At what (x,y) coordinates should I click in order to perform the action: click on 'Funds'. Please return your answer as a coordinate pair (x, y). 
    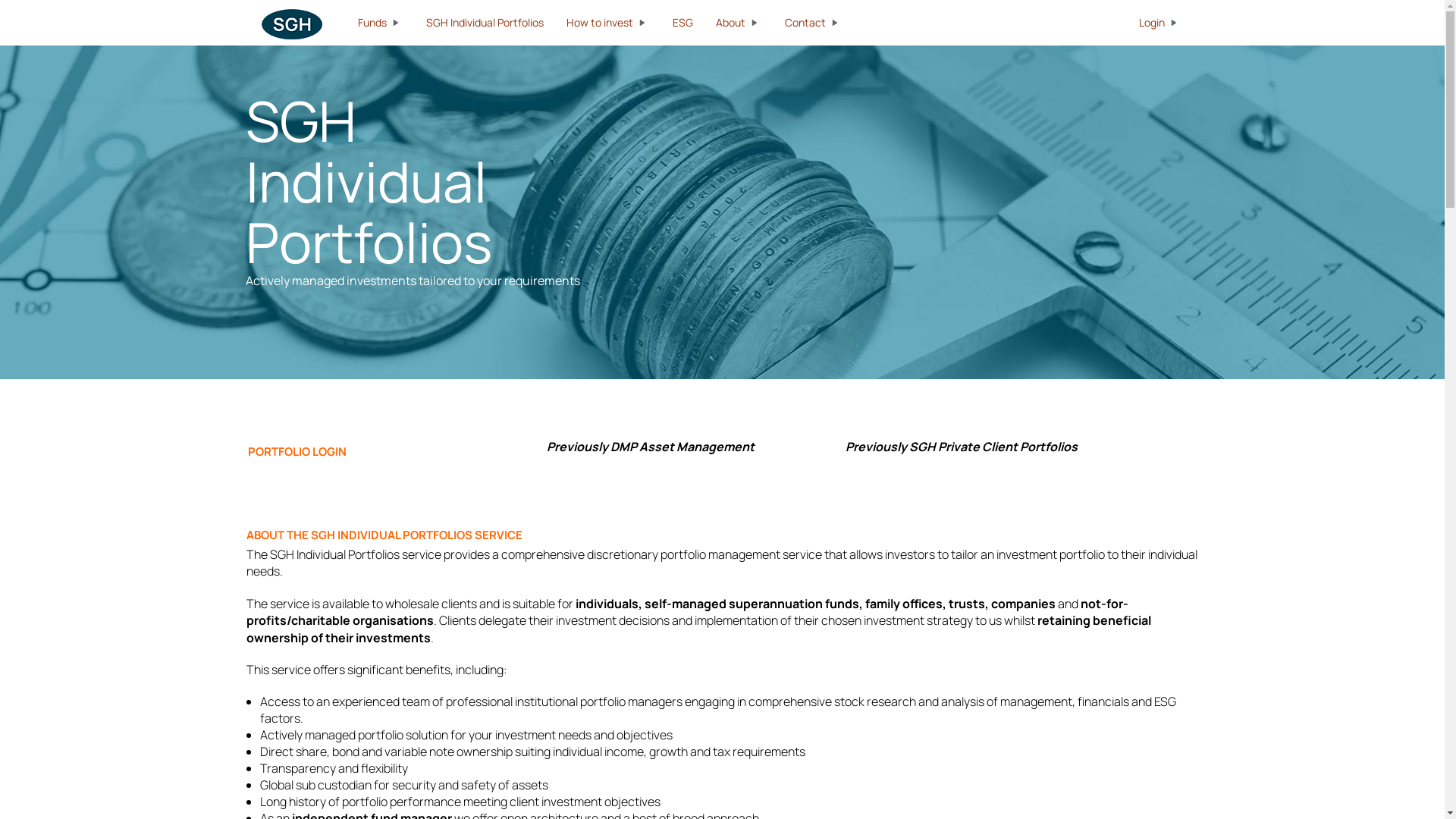
    Looking at the image, I should click on (379, 23).